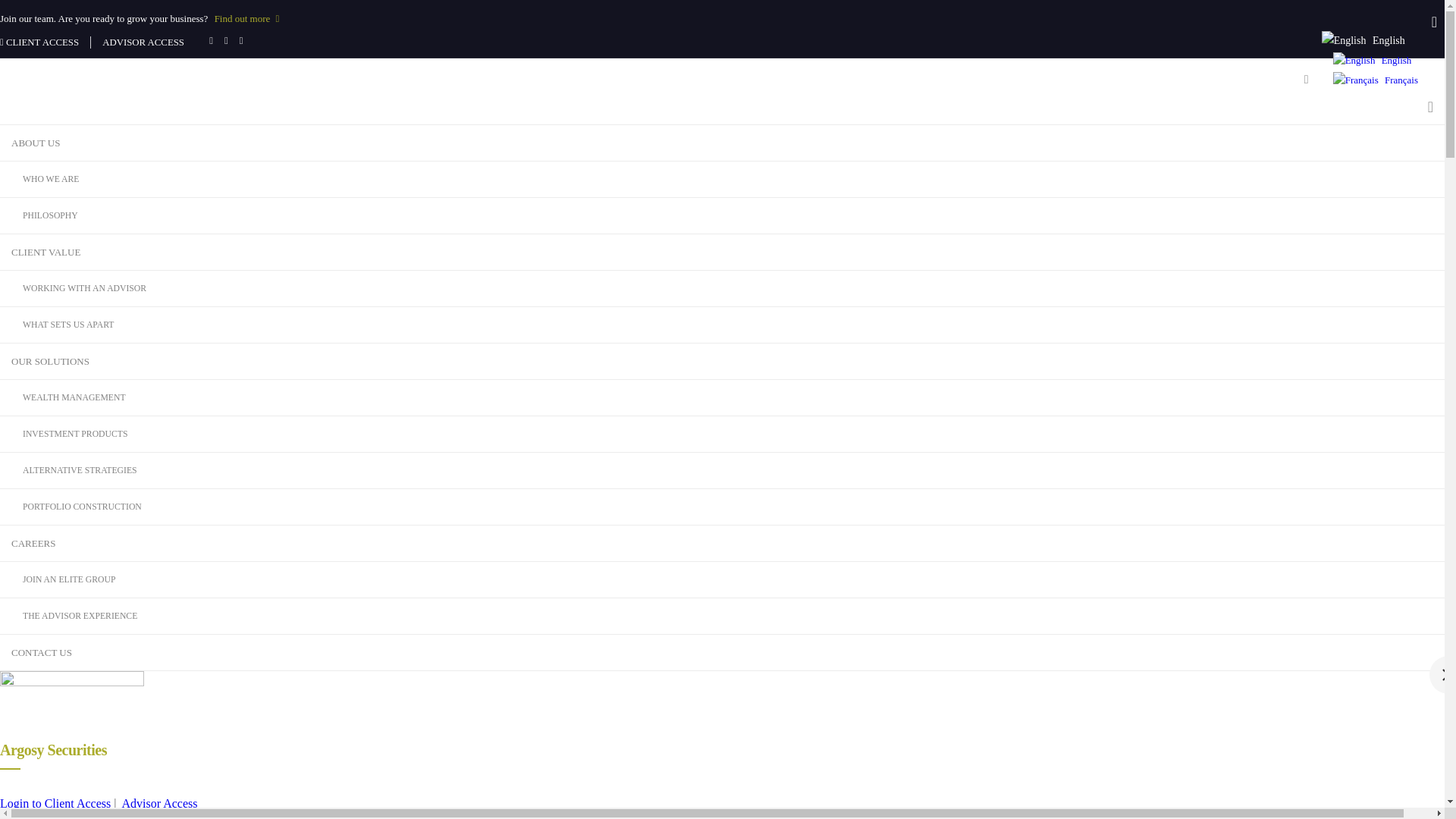  I want to click on 'Advisor Access', so click(160, 802).